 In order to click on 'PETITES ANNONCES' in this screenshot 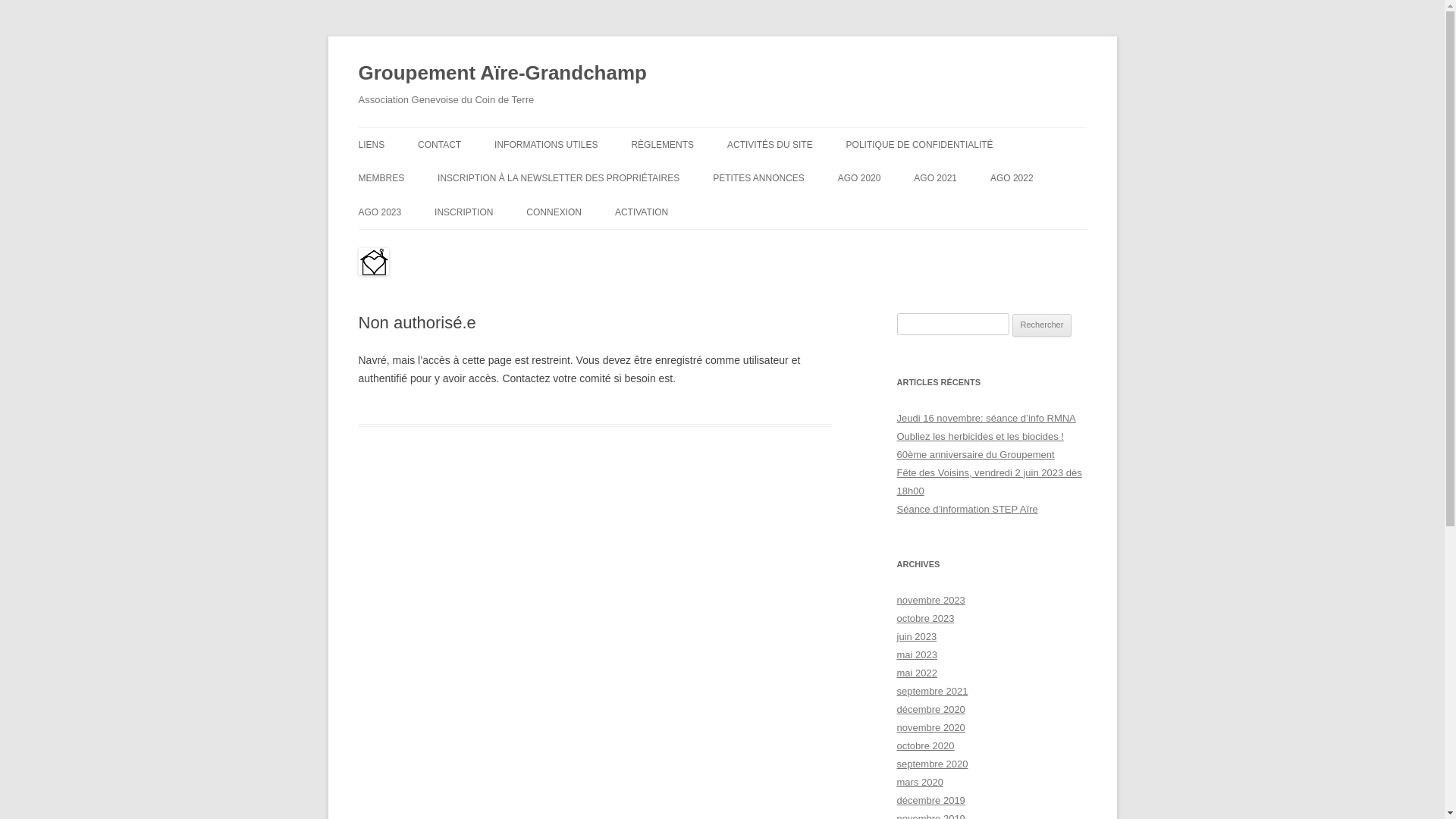, I will do `click(712, 177)`.